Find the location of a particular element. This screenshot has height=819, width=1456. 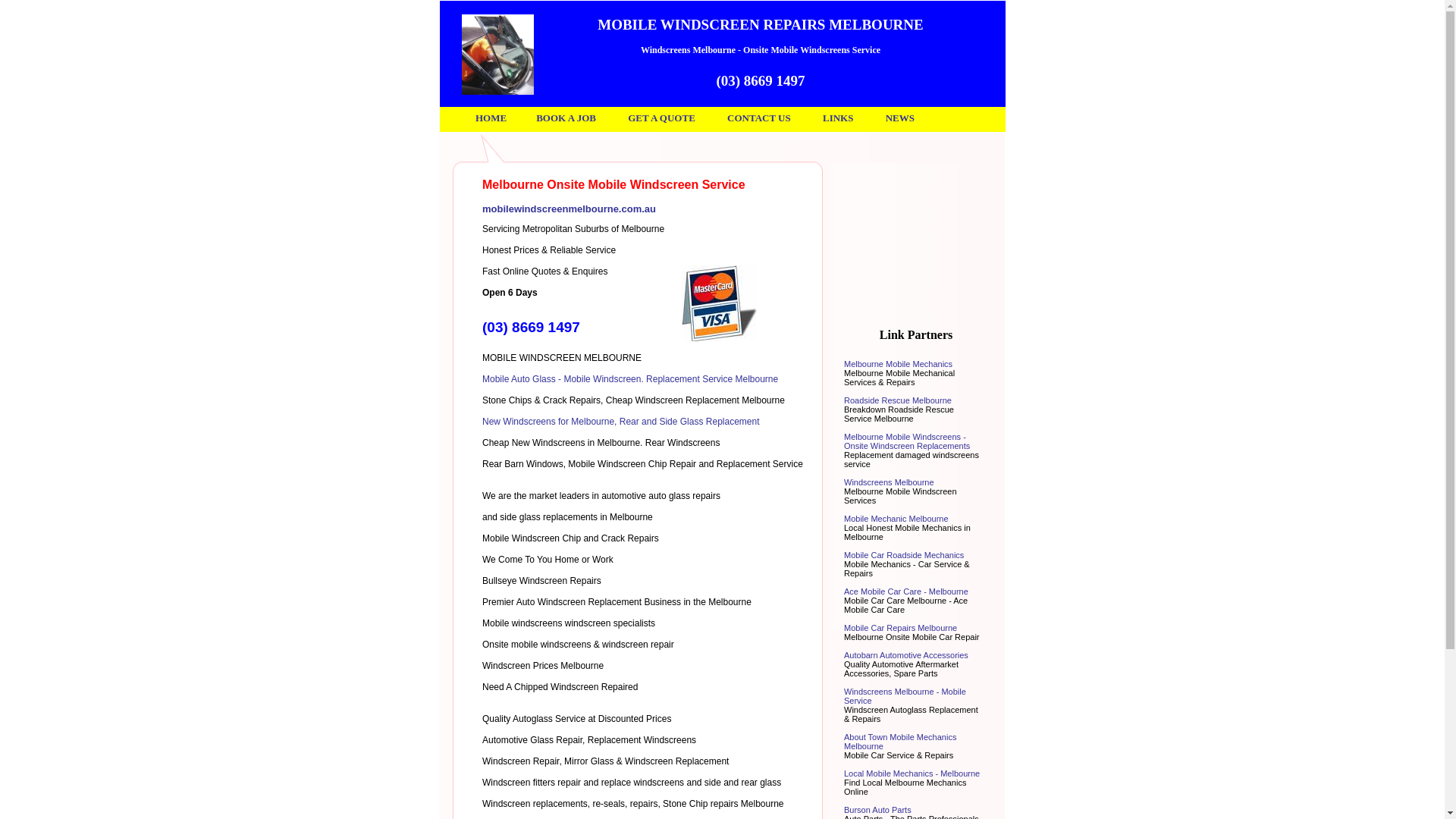

'HOME' is located at coordinates (491, 117).